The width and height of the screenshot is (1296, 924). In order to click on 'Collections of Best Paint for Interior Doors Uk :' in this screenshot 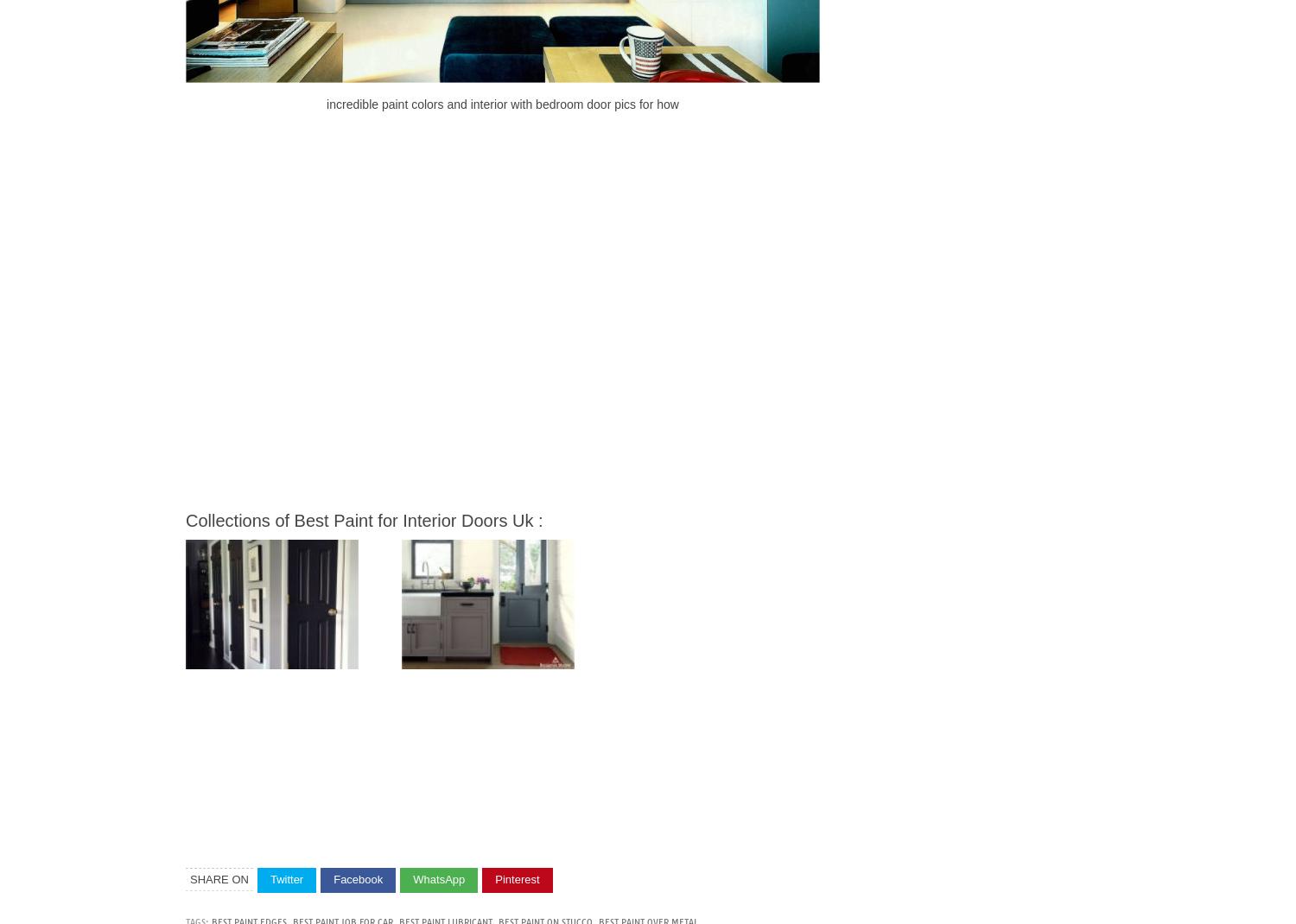, I will do `click(364, 518)`.